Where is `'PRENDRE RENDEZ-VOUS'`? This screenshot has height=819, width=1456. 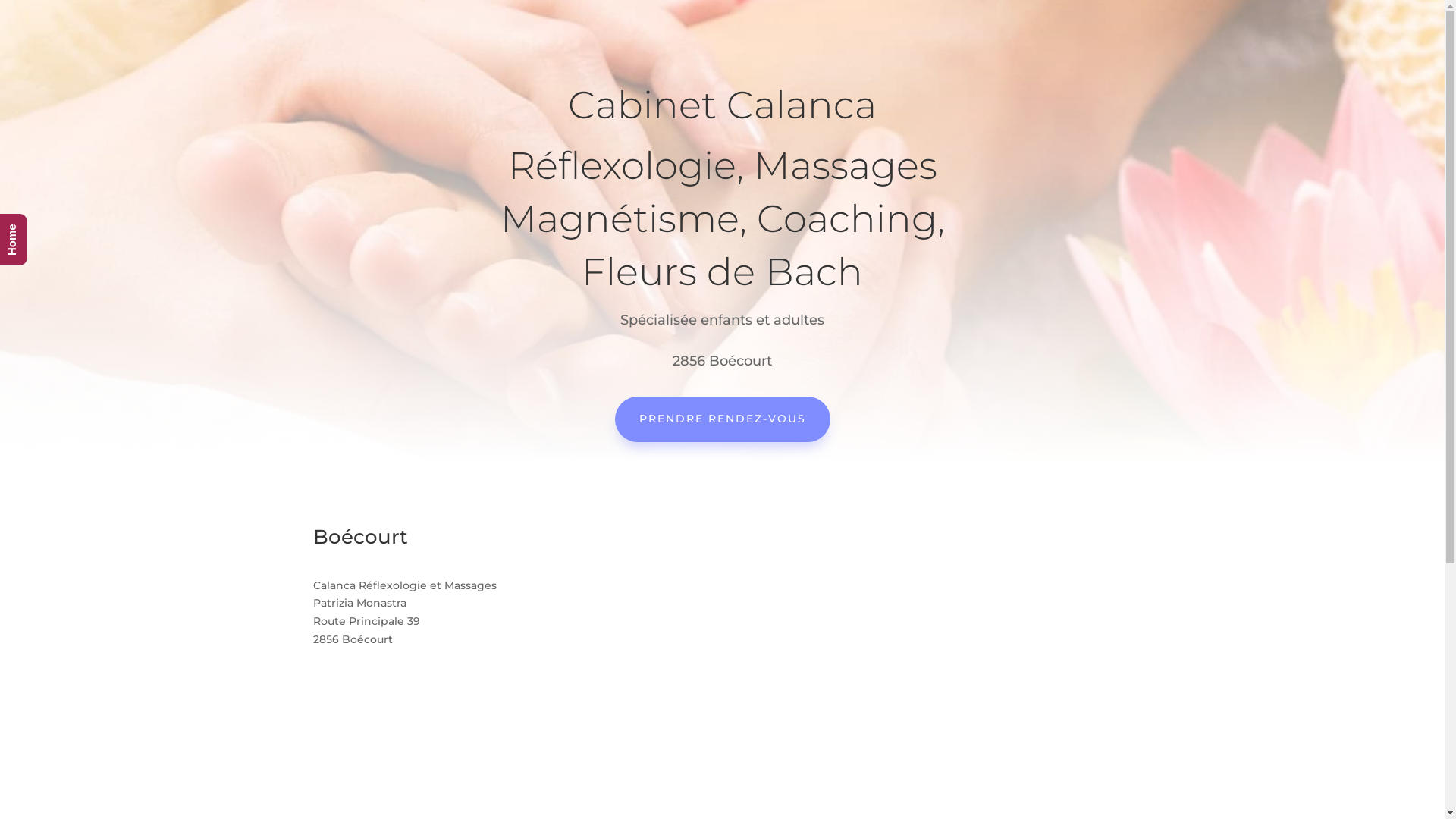
'PRENDRE RENDEZ-VOUS' is located at coordinates (720, 419).